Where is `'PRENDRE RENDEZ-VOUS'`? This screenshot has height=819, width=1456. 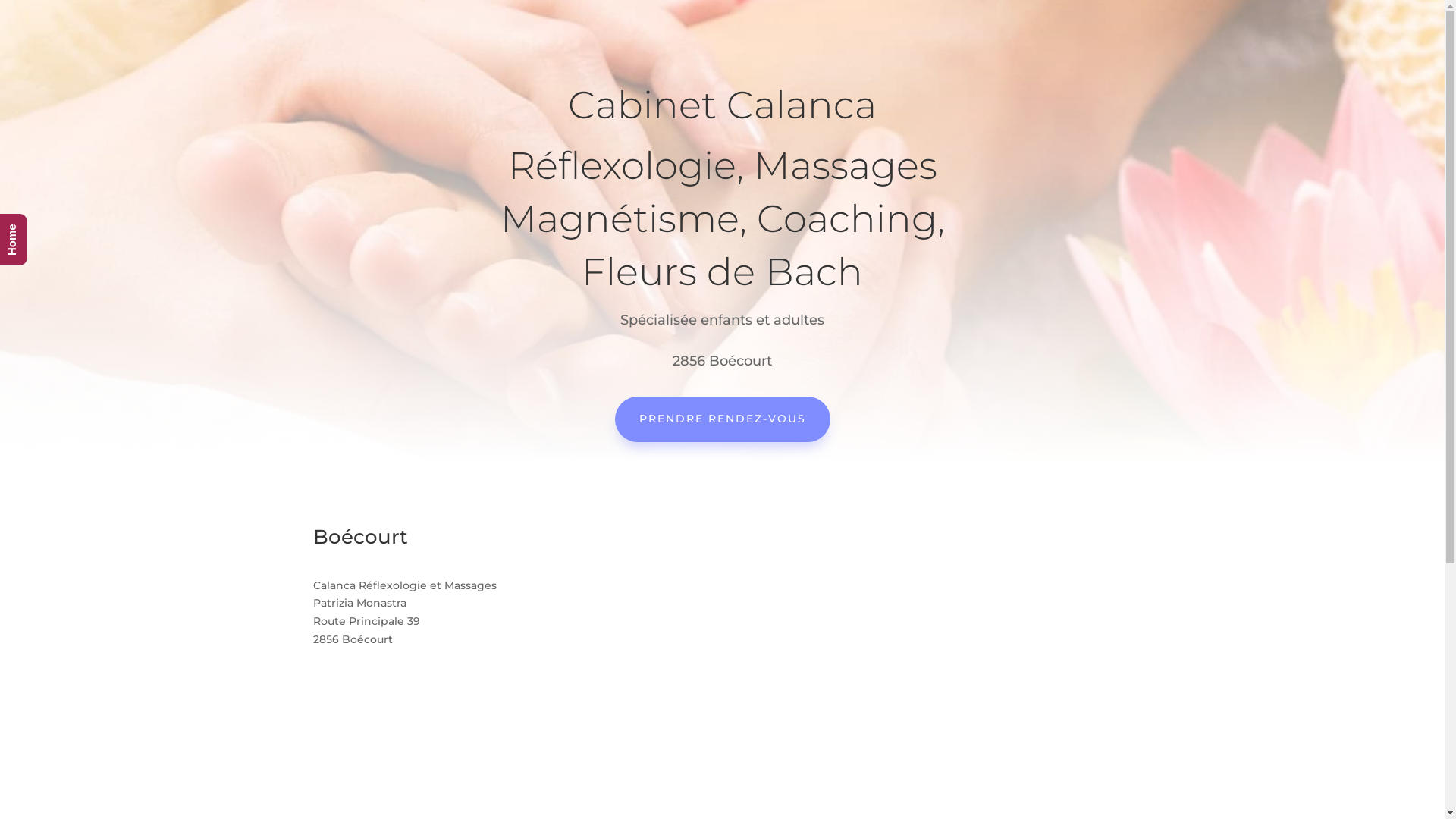
'PRENDRE RENDEZ-VOUS' is located at coordinates (720, 419).